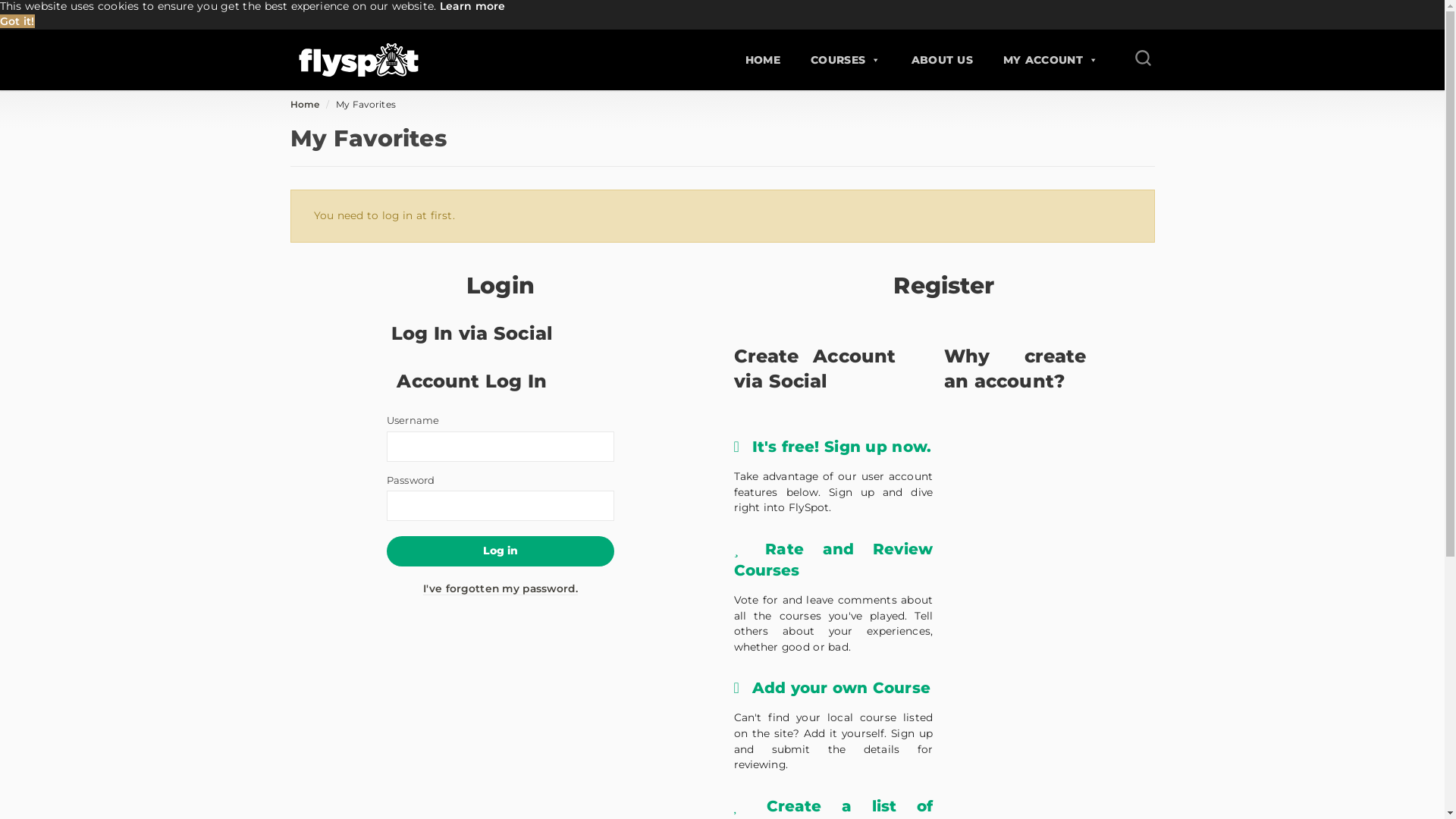 The width and height of the screenshot is (1456, 819). Describe the element at coordinates (1050, 58) in the screenshot. I see `'MY ACCOUNT'` at that location.